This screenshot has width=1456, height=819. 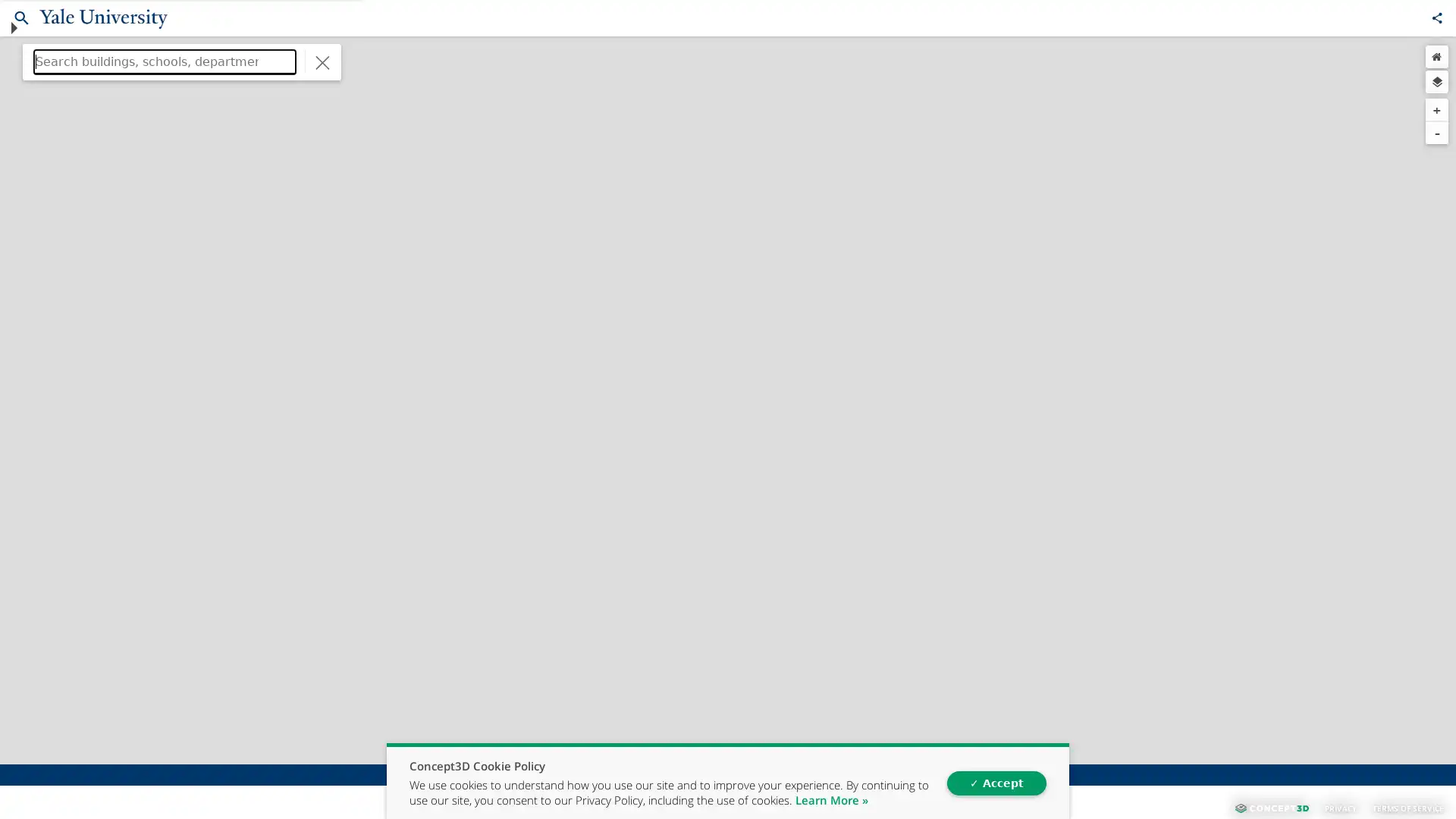 I want to click on Reset map view, so click(x=1436, y=58).